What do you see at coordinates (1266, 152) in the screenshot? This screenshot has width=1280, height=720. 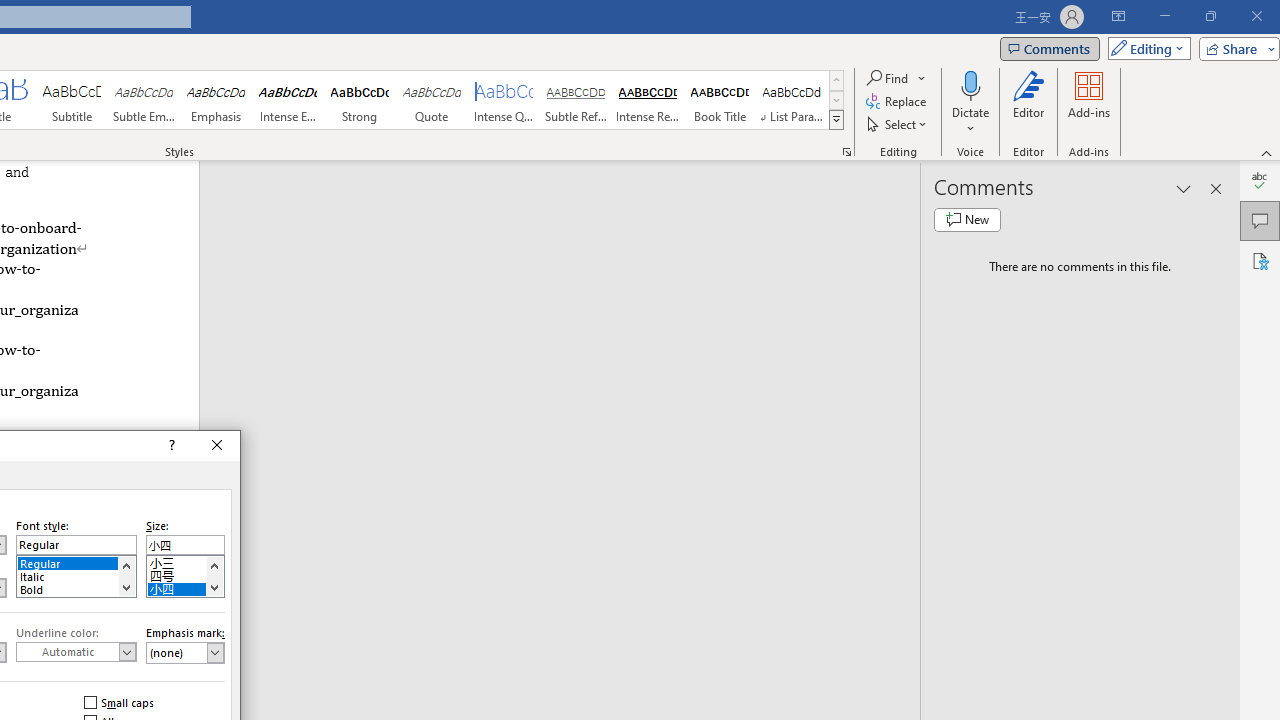 I see `'Collapse the Ribbon'` at bounding box center [1266, 152].